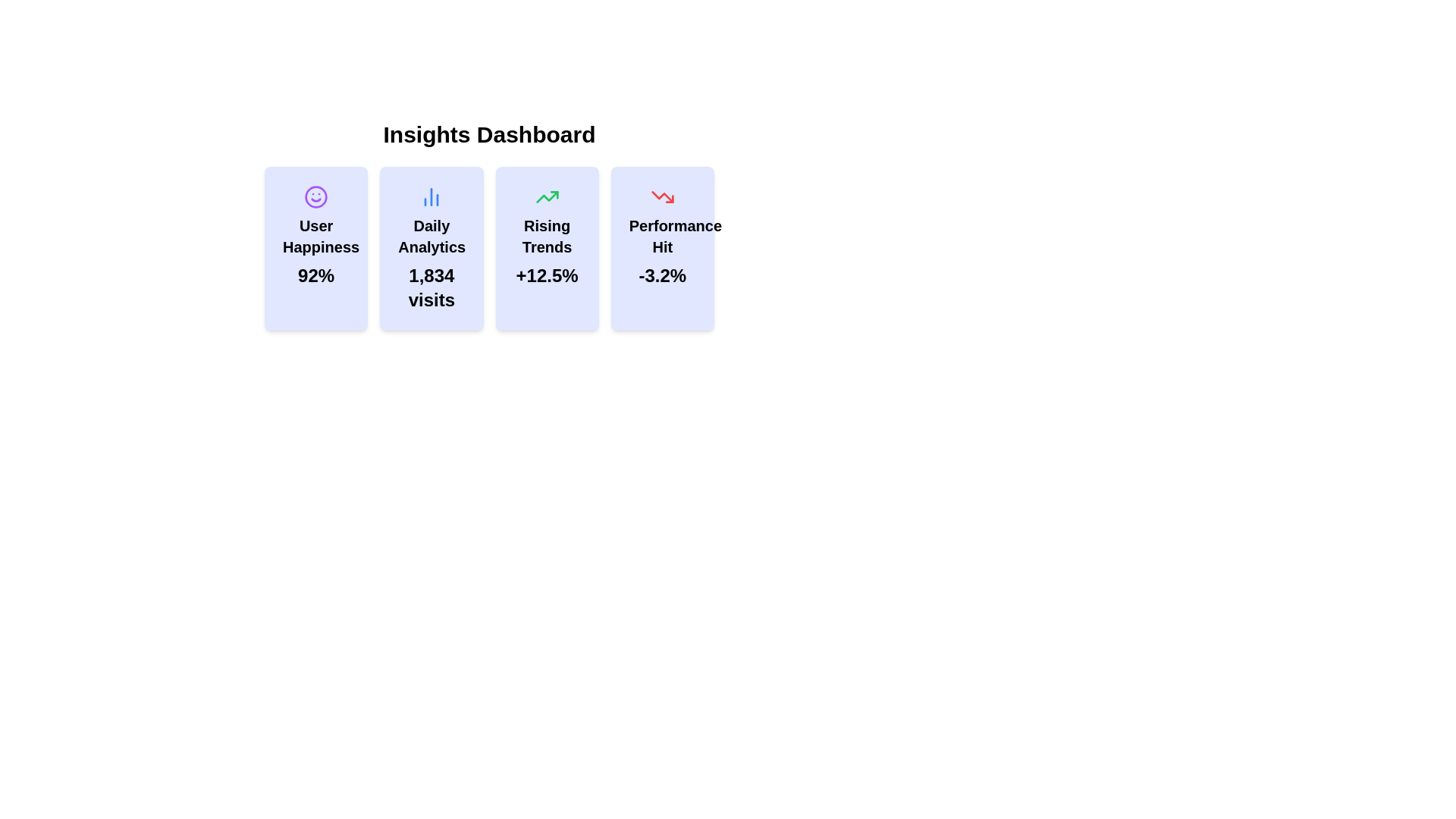  Describe the element at coordinates (546, 247) in the screenshot. I see `statistical figure '+12.5%' labeled as 'Rising Trends' on the informational card located in the third position of a 4-column grid layout` at that location.